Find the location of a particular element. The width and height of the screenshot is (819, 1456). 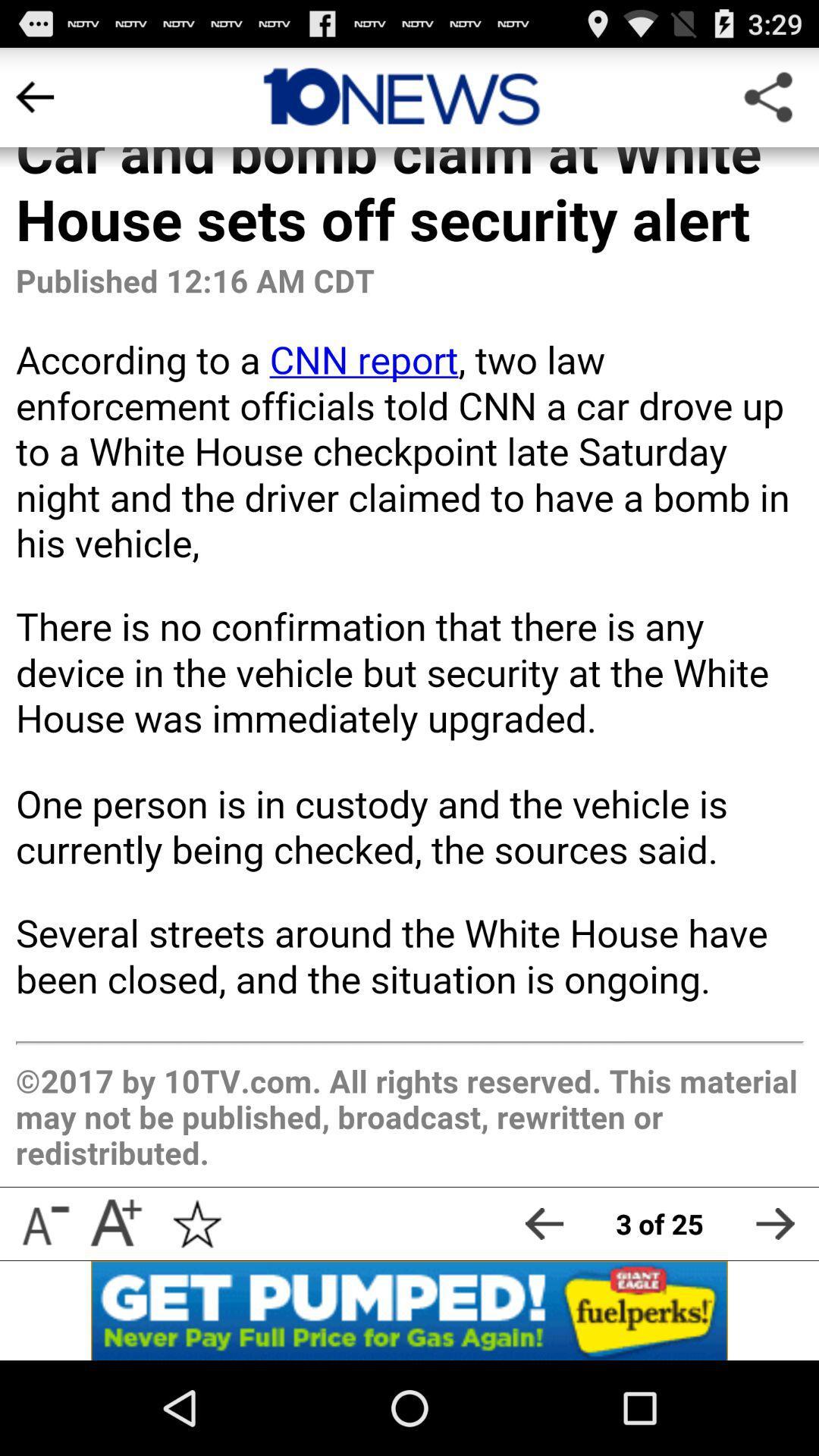

open ap is located at coordinates (409, 1310).